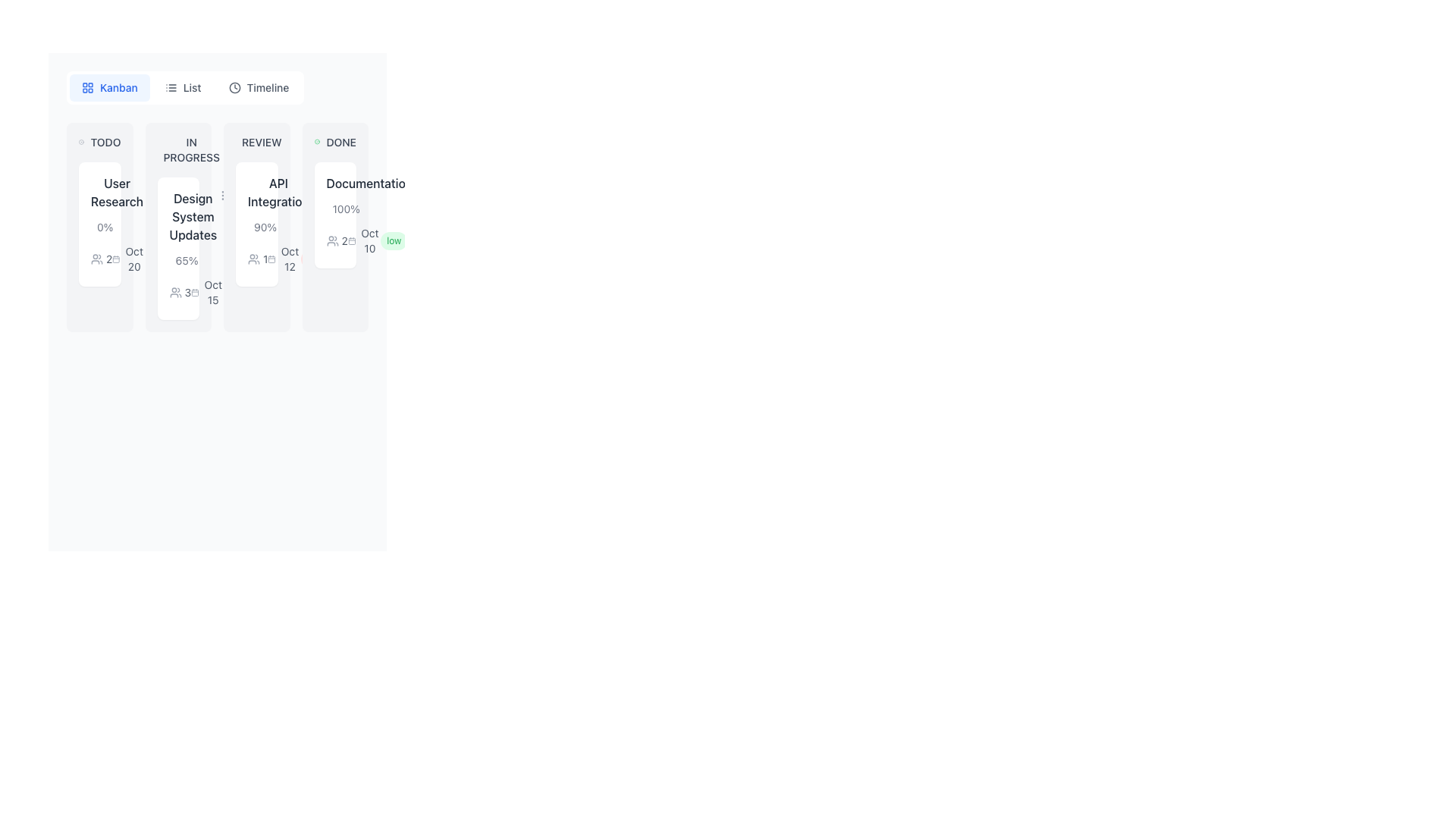 The width and height of the screenshot is (1456, 819). What do you see at coordinates (334, 227) in the screenshot?
I see `the 'Documentation' task card in the 'DONE' column of the Kanban board` at bounding box center [334, 227].